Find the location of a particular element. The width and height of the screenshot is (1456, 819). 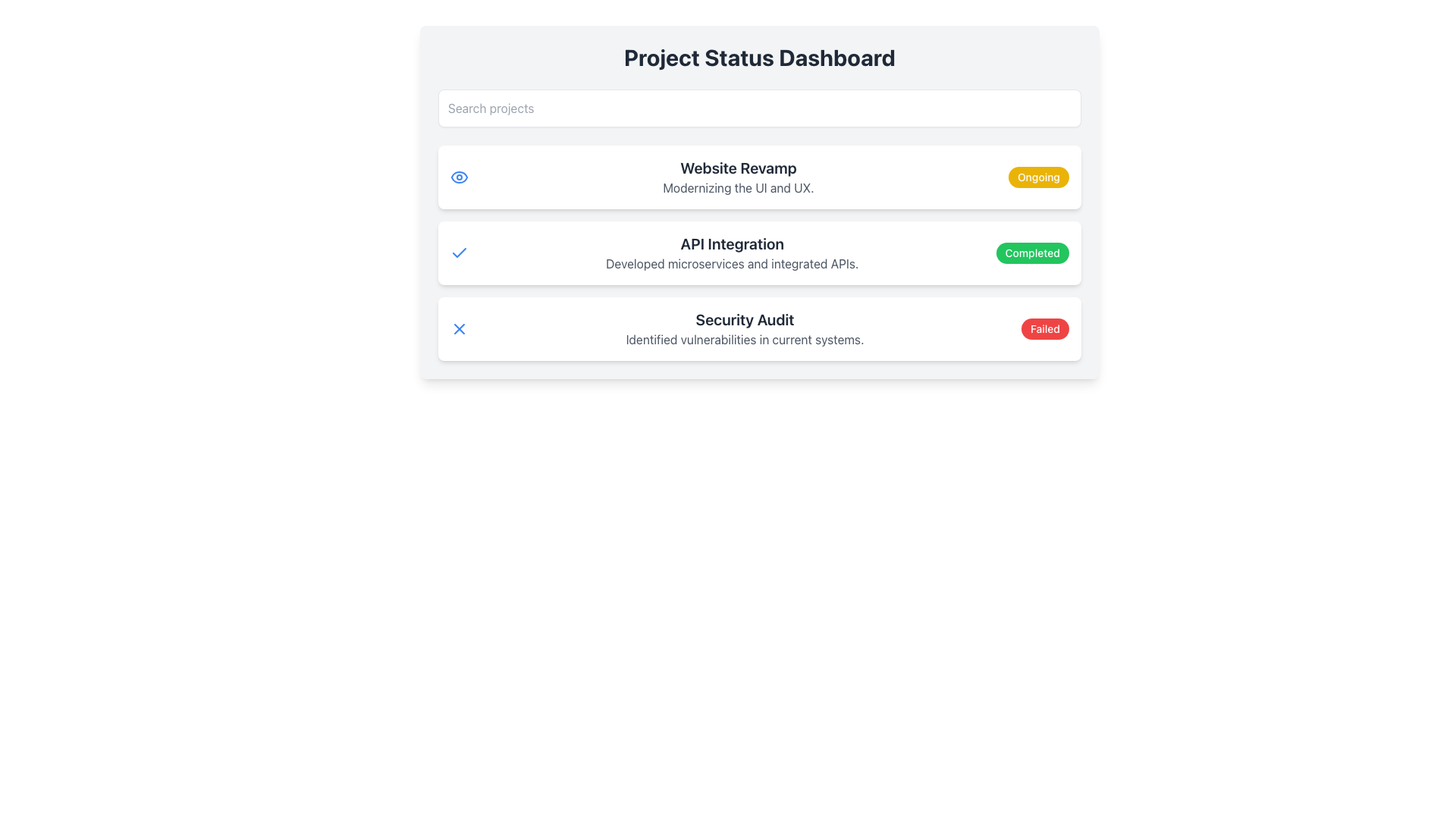

the text label 'Identified vulnerabilities in current systems.' located below the 'Security Audit' heading in the third row of the project list is located at coordinates (745, 338).